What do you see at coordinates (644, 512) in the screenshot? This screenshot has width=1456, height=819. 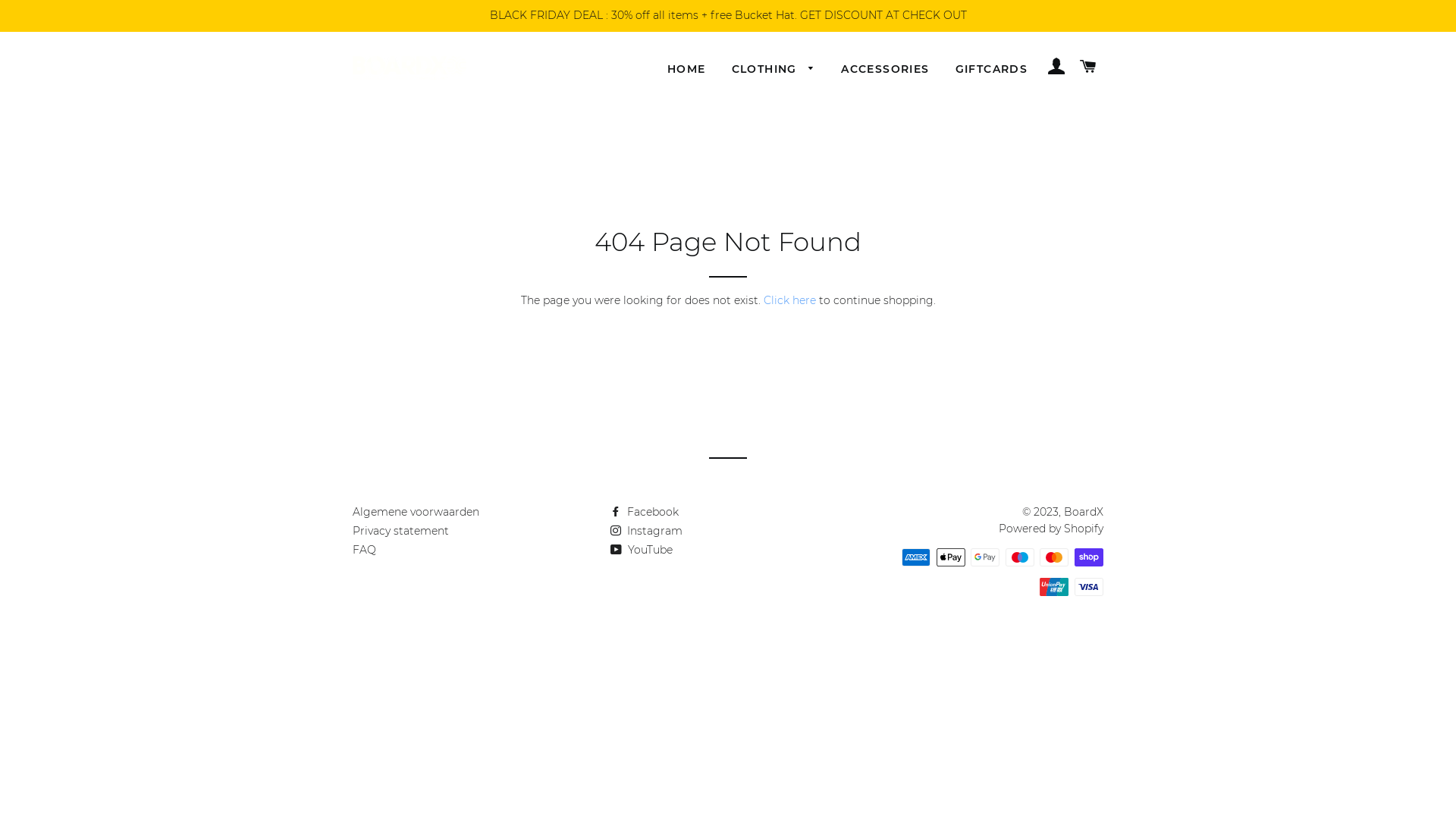 I see `'Facebook'` at bounding box center [644, 512].